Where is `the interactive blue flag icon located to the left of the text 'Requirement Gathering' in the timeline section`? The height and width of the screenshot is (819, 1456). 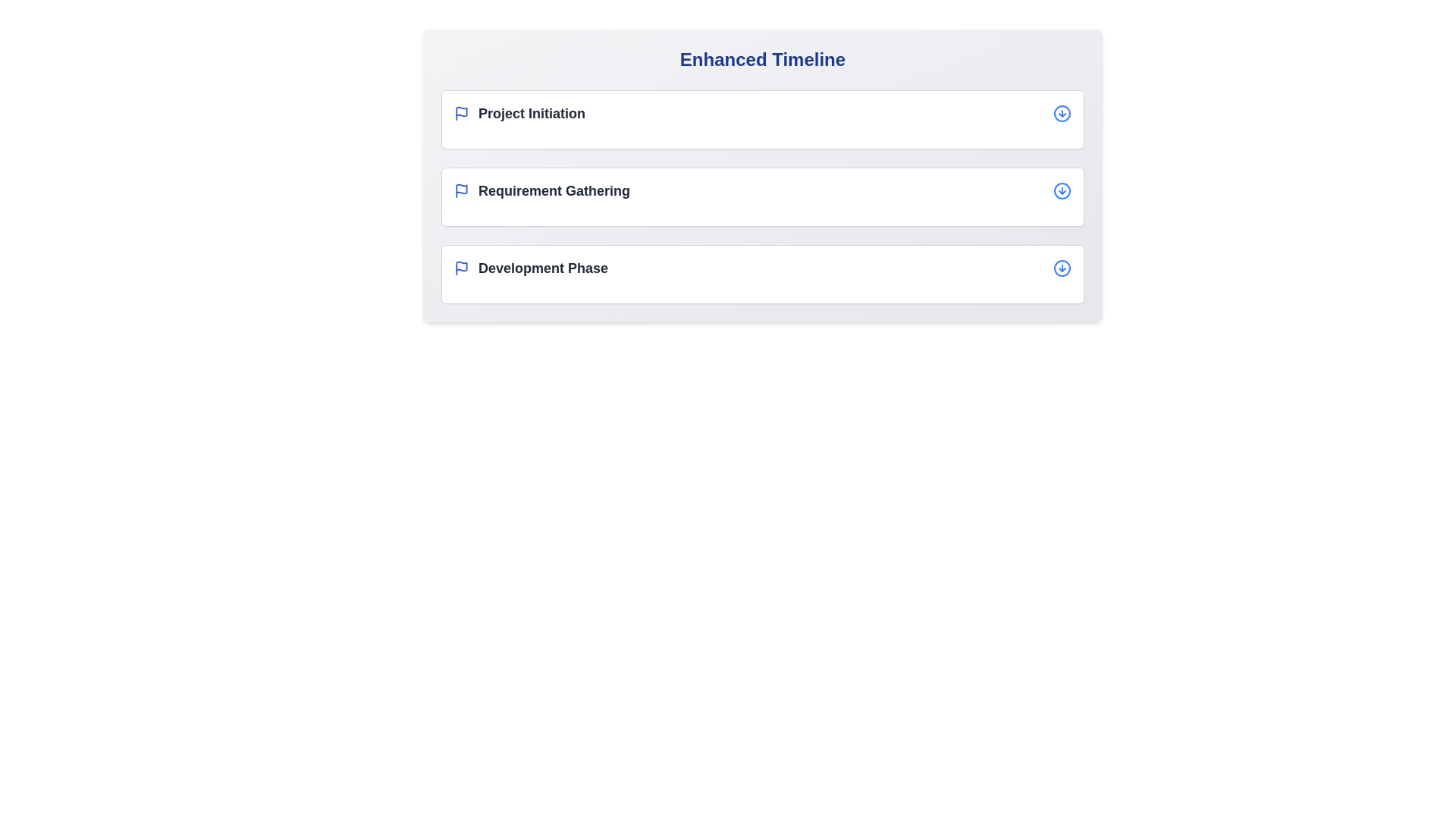
the interactive blue flag icon located to the left of the text 'Requirement Gathering' in the timeline section is located at coordinates (461, 188).